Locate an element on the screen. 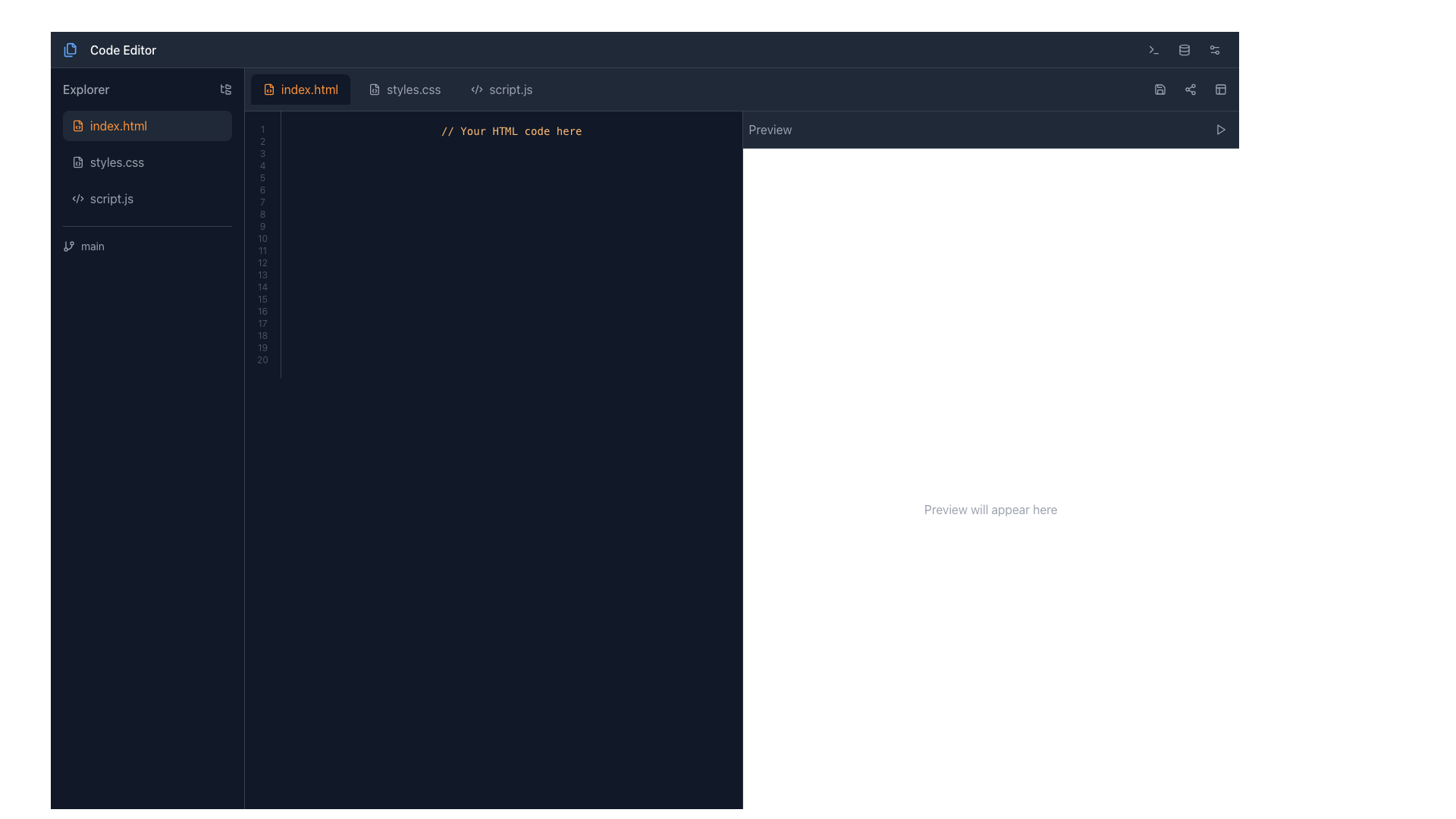 This screenshot has width=1456, height=819. the StaticText displaying the number '7', which is the seventh item in a vertical list located on the left side of the interface is located at coordinates (262, 201).